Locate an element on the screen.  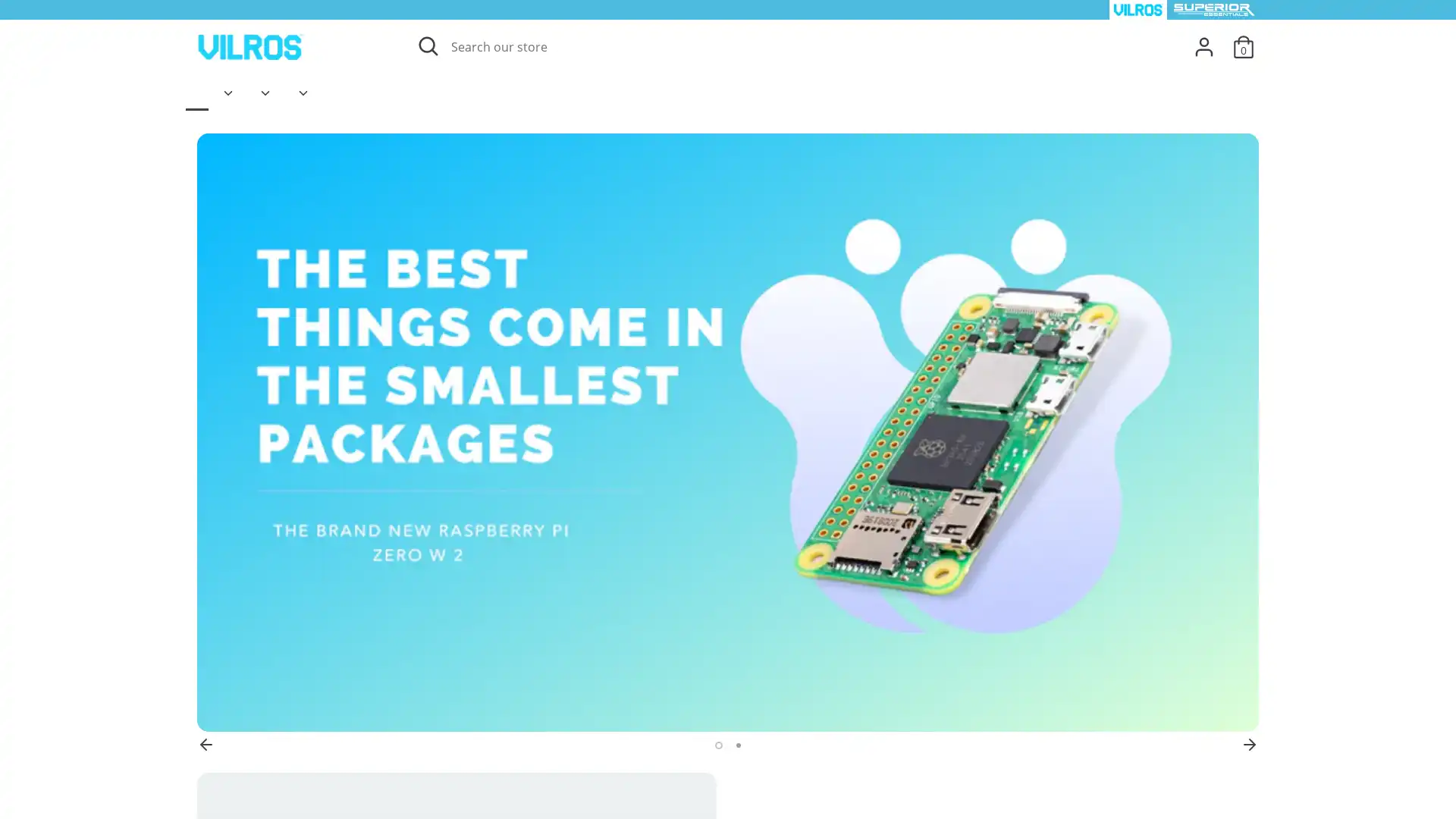
Open Search is located at coordinates (426, 45).